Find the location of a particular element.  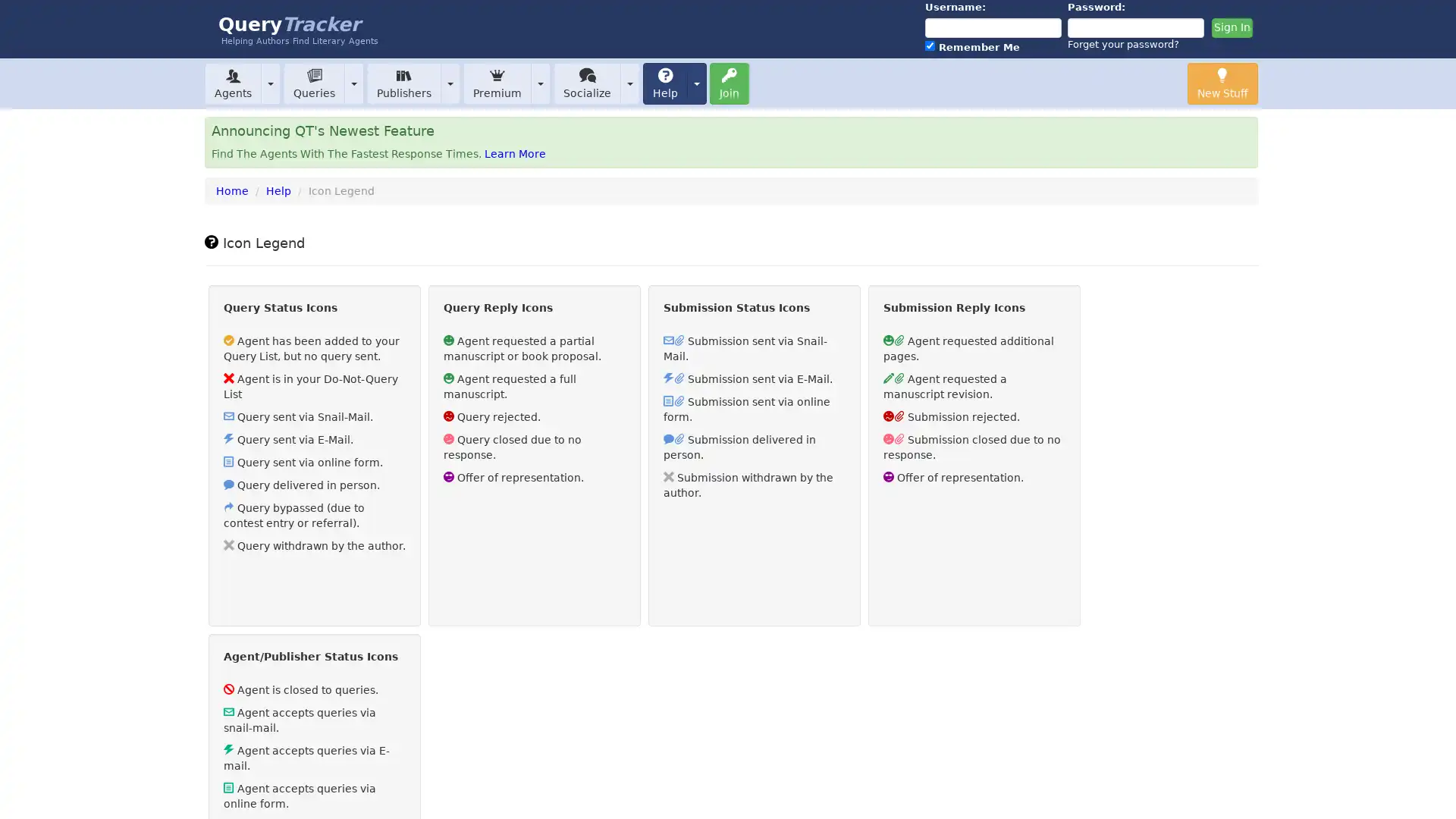

Toggle Dropdown is located at coordinates (270, 83).